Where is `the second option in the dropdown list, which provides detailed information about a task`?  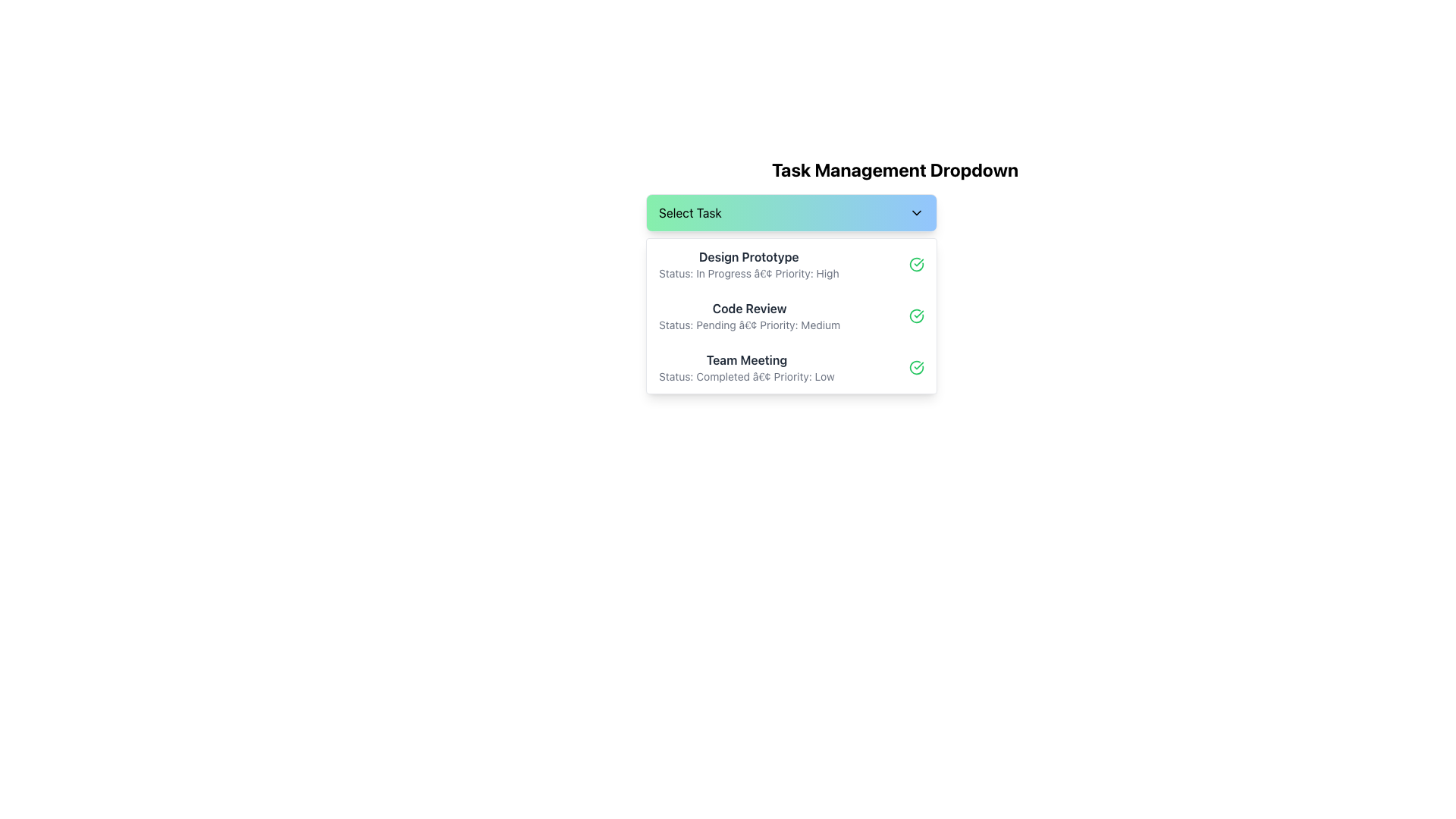 the second option in the dropdown list, which provides detailed information about a task is located at coordinates (790, 315).